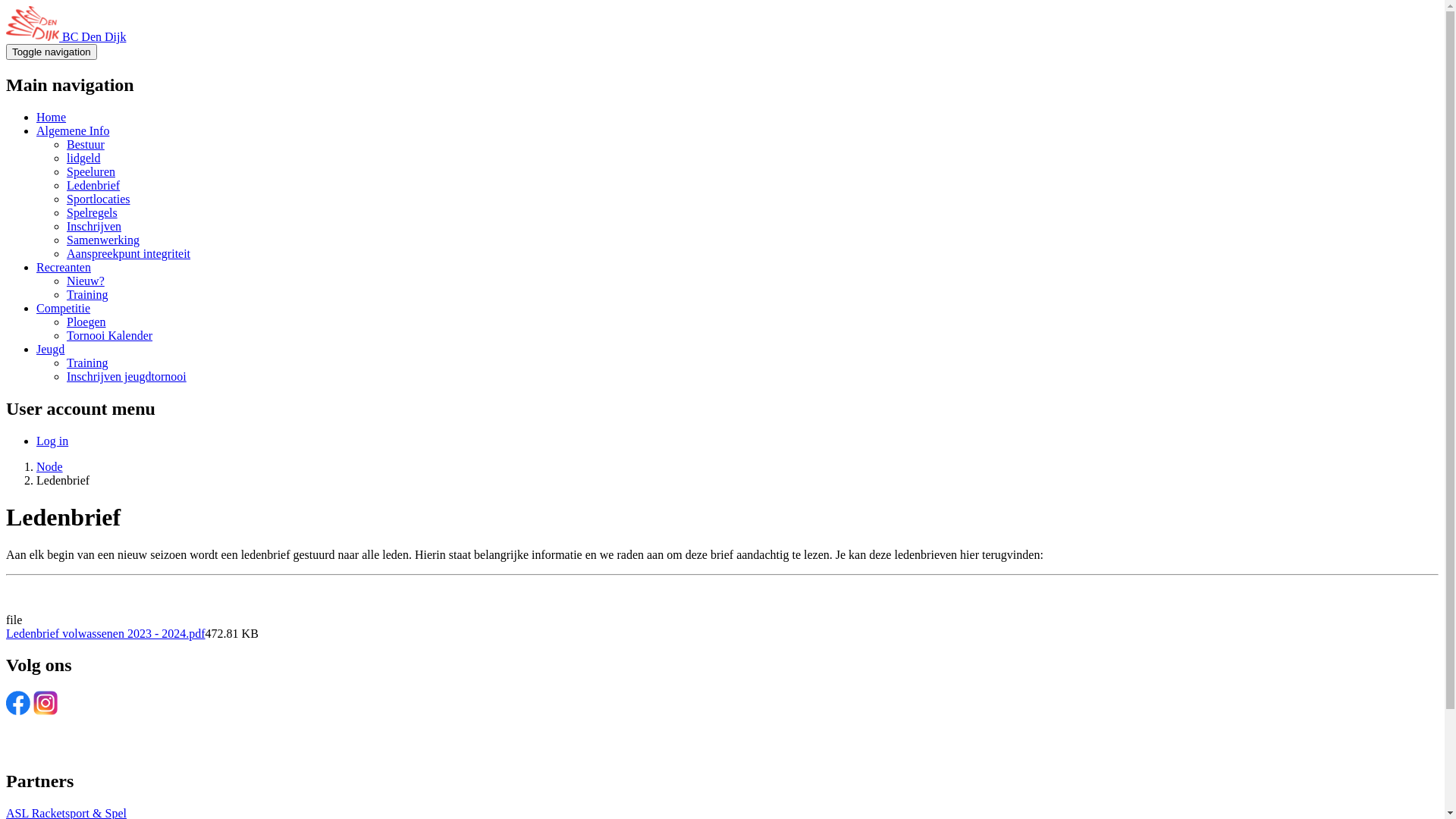  What do you see at coordinates (62, 307) in the screenshot?
I see `'Competitie'` at bounding box center [62, 307].